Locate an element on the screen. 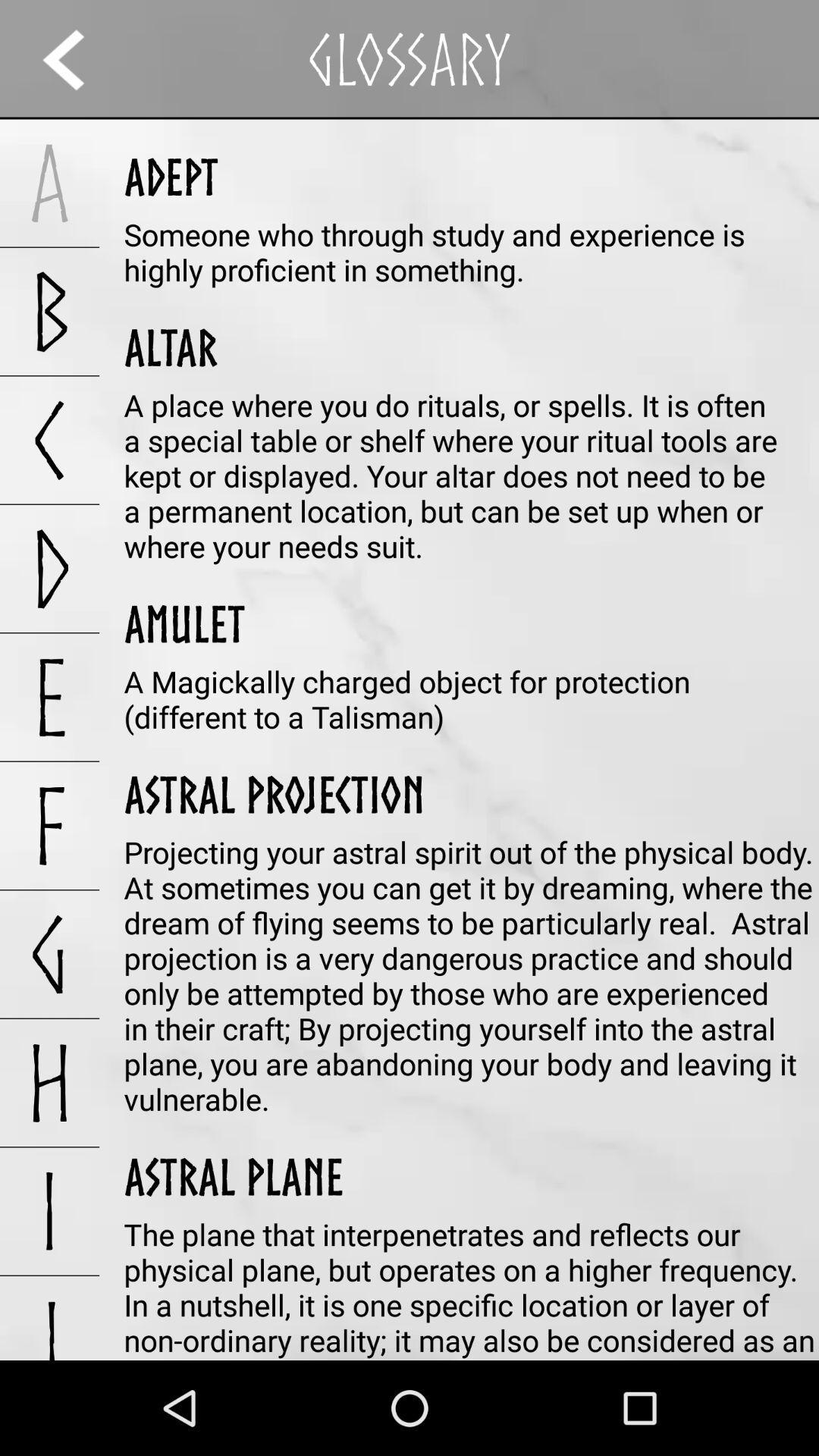 The image size is (819, 1456). the i icon is located at coordinates (49, 1210).